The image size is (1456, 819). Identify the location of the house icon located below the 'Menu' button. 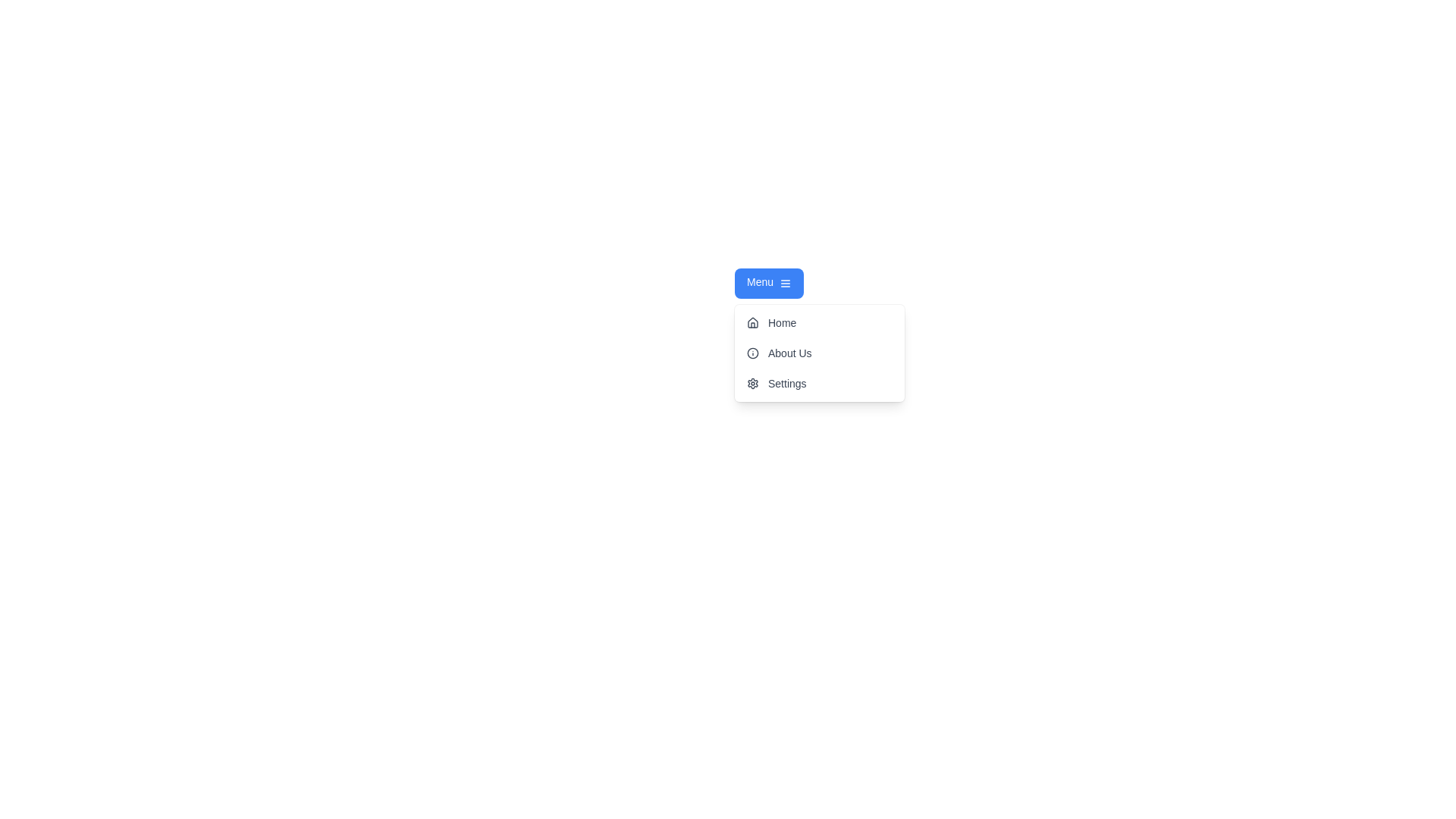
(753, 322).